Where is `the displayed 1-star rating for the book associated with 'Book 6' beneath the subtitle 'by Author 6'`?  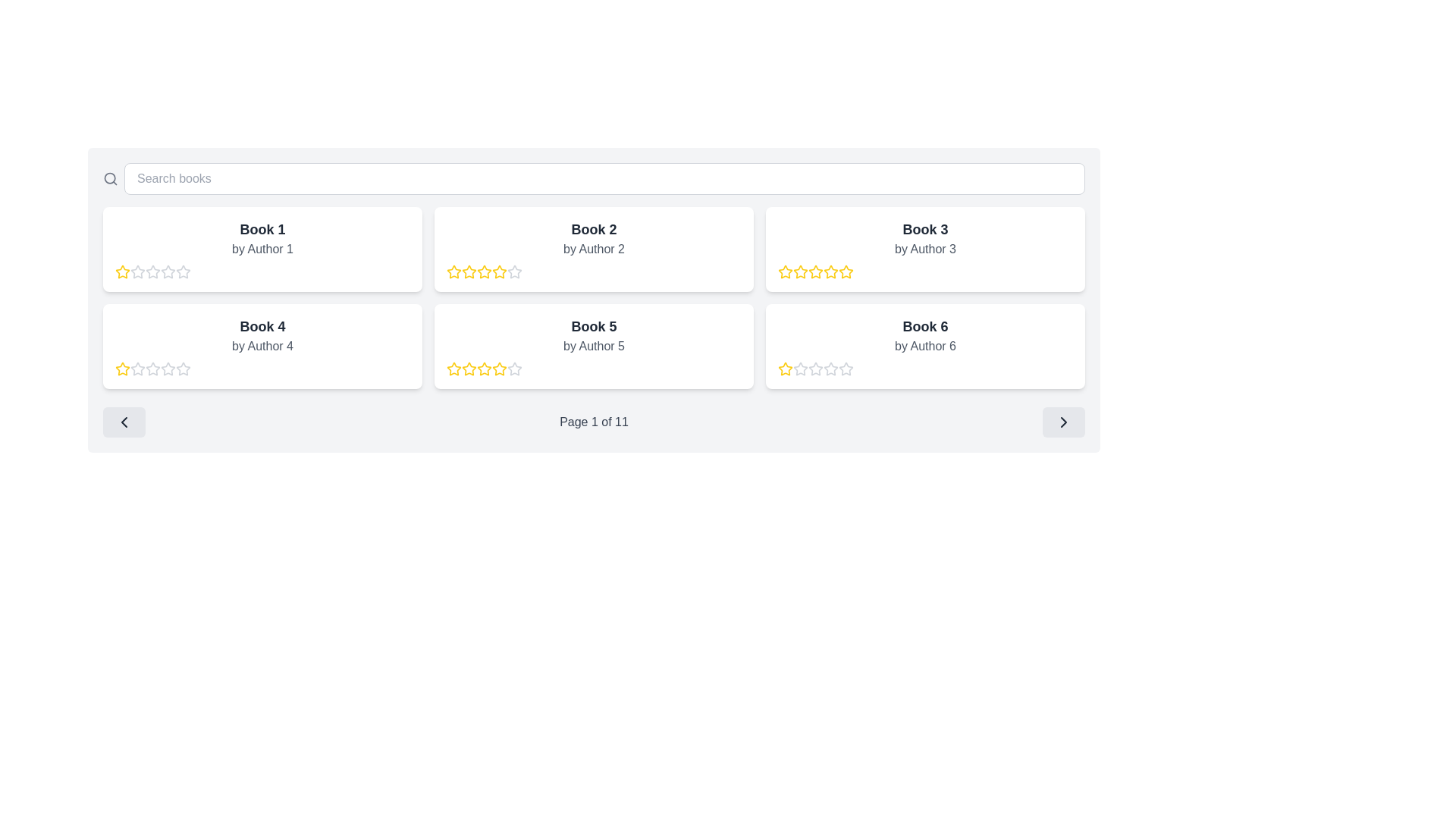 the displayed 1-star rating for the book associated with 'Book 6' beneath the subtitle 'by Author 6' is located at coordinates (924, 369).